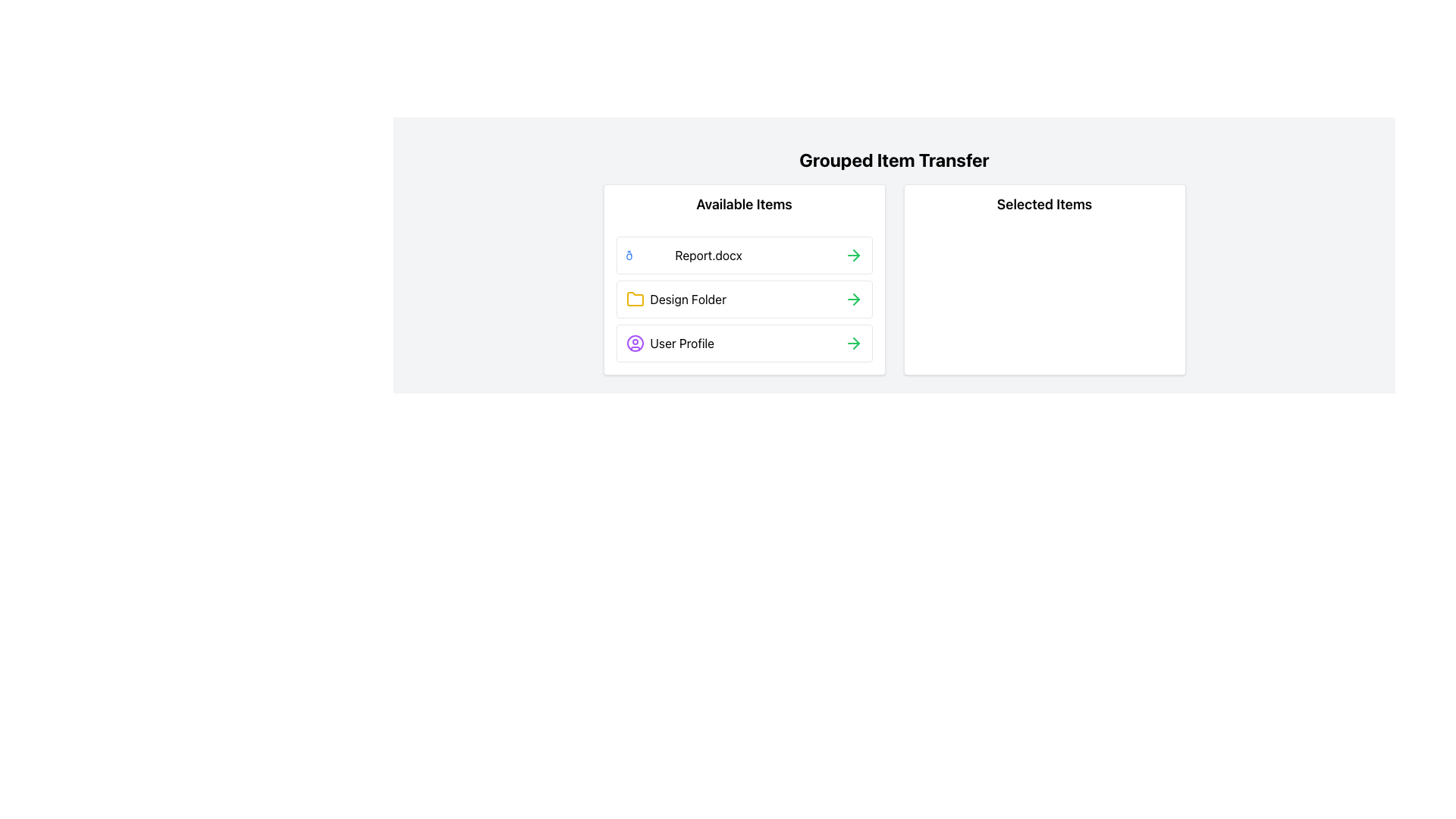 The width and height of the screenshot is (1456, 819). Describe the element at coordinates (744, 205) in the screenshot. I see `informational header text label that indicates 'Available Items', located at the top of the left panel` at that location.